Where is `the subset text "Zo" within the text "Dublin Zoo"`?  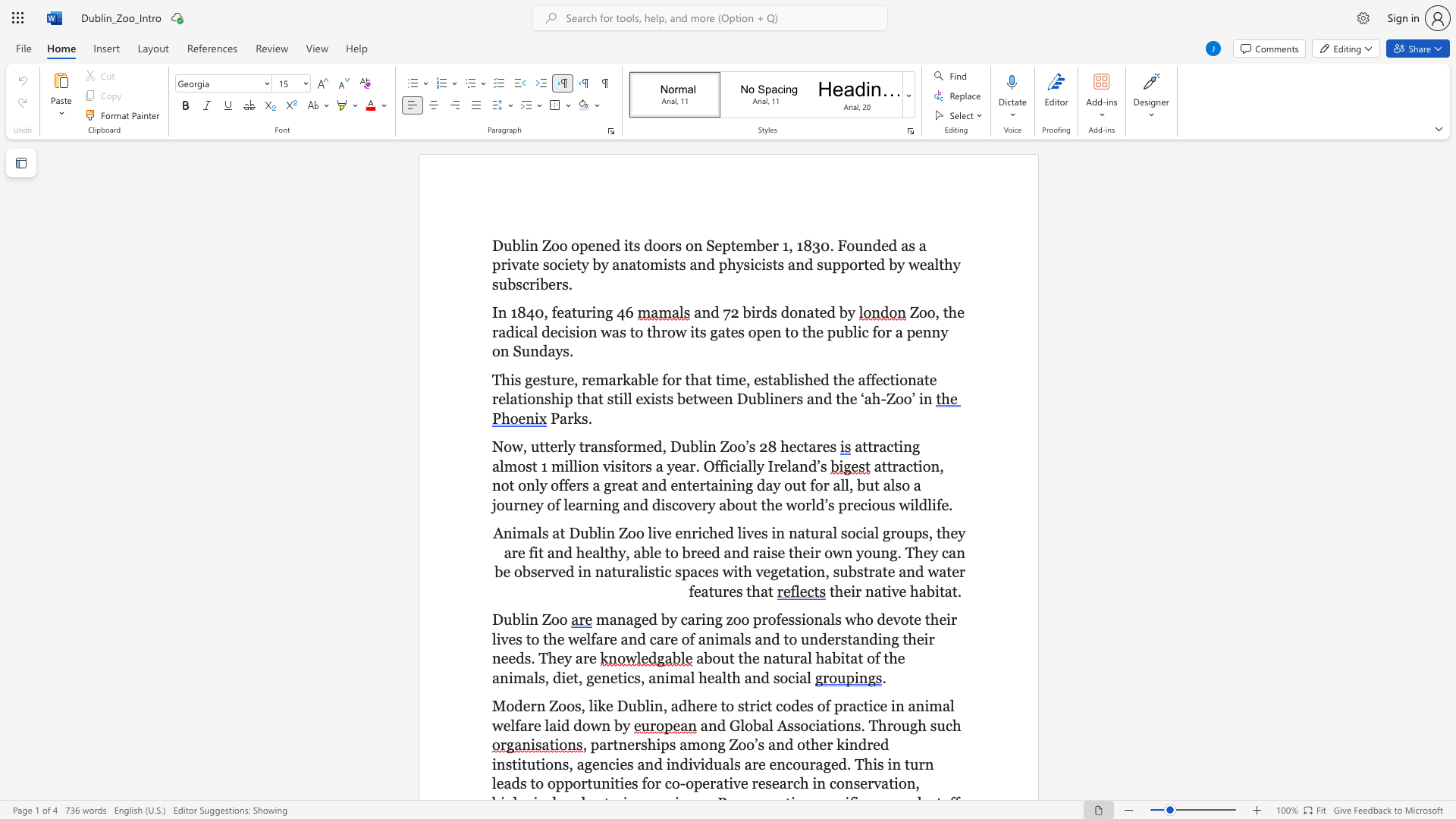 the subset text "Zo" within the text "Dublin Zoo" is located at coordinates (541, 620).